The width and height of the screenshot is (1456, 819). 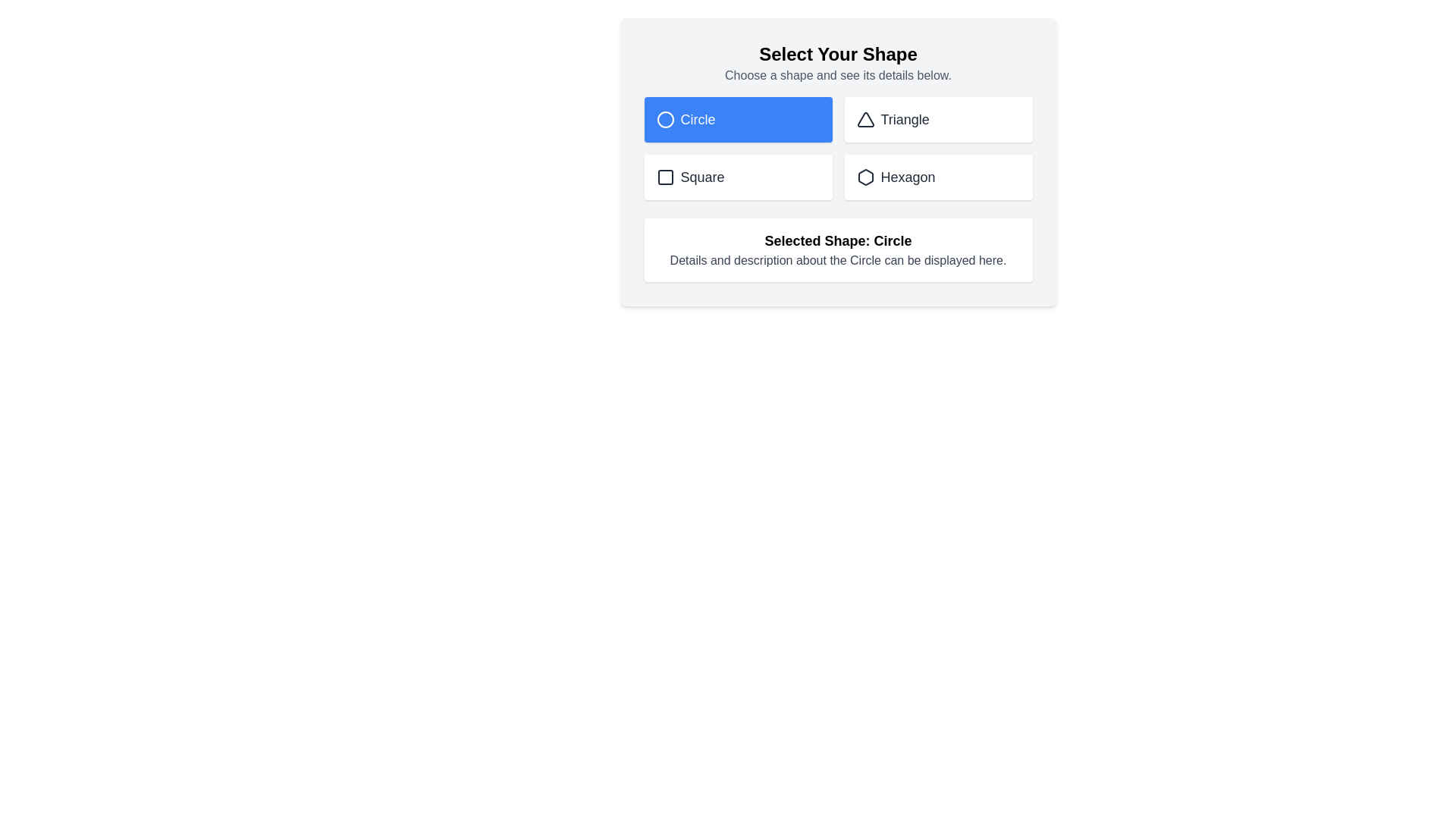 What do you see at coordinates (665, 177) in the screenshot?
I see `the small square-shaped graphic with rounded corners representing the 'Square' choice in the selection interface` at bounding box center [665, 177].